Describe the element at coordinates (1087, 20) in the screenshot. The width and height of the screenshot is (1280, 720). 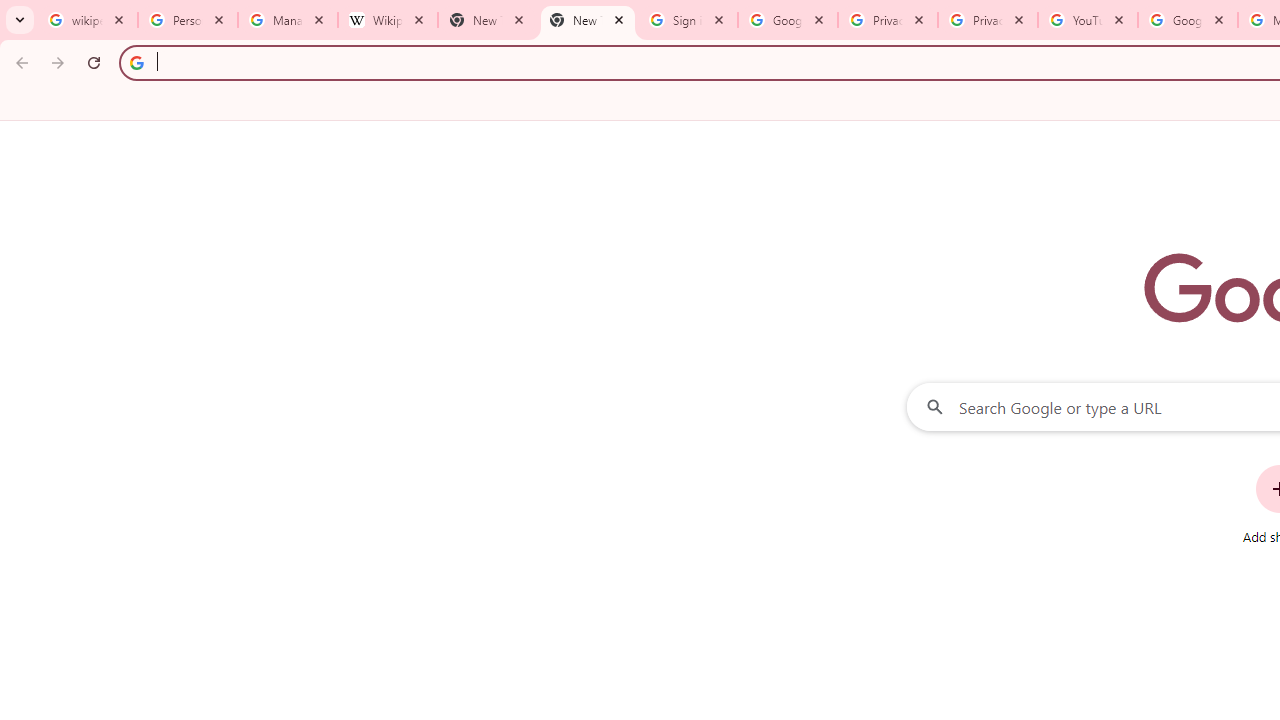
I see `'YouTube'` at that location.